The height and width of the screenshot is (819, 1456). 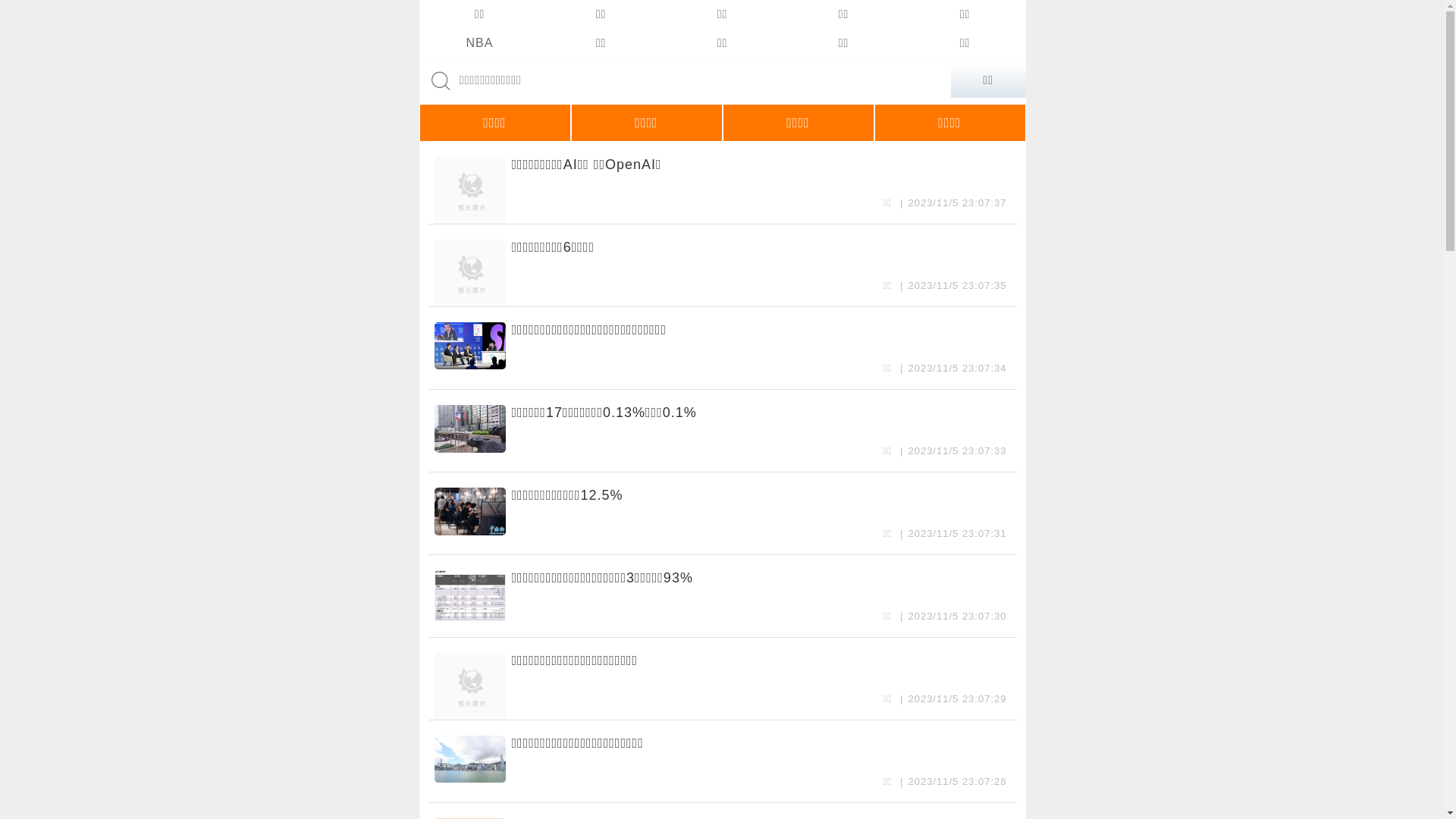 I want to click on 'NBA', so click(x=479, y=42).